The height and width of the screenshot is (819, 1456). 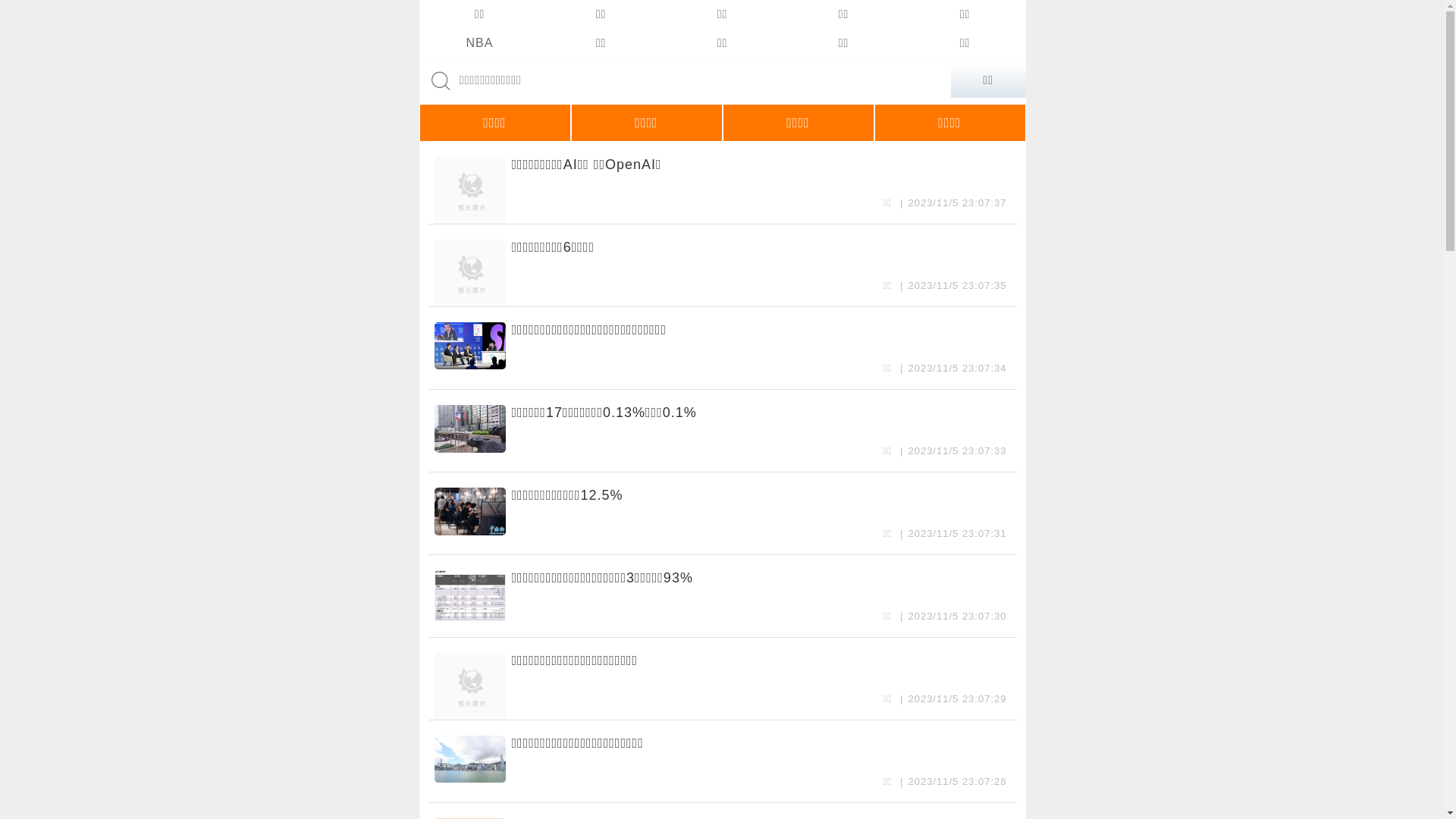 I want to click on 'NBA', so click(x=479, y=42).